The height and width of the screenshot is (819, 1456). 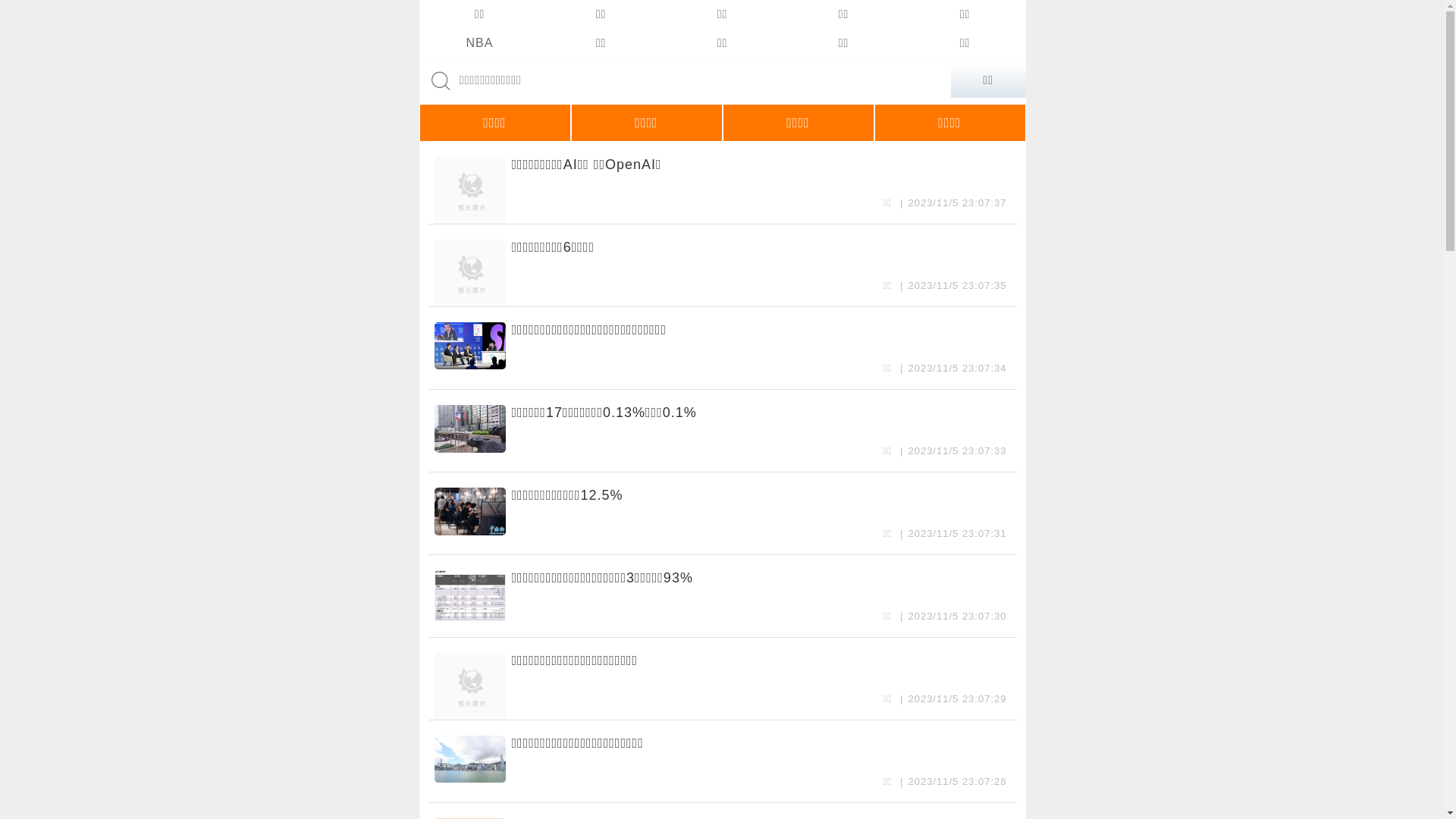 I want to click on 'NBA', so click(x=479, y=42).